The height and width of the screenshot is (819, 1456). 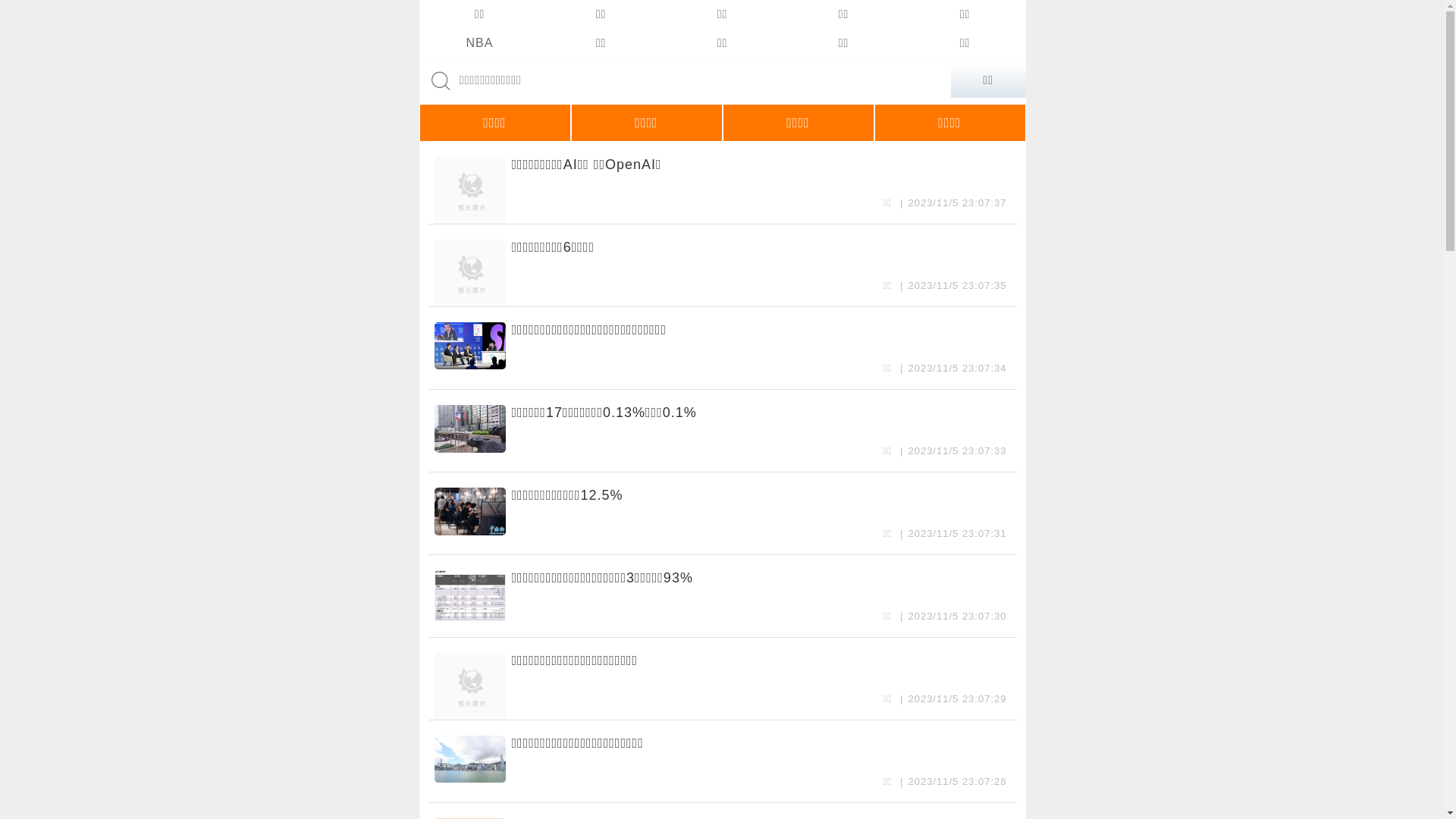 I want to click on 'NBA', so click(x=479, y=42).